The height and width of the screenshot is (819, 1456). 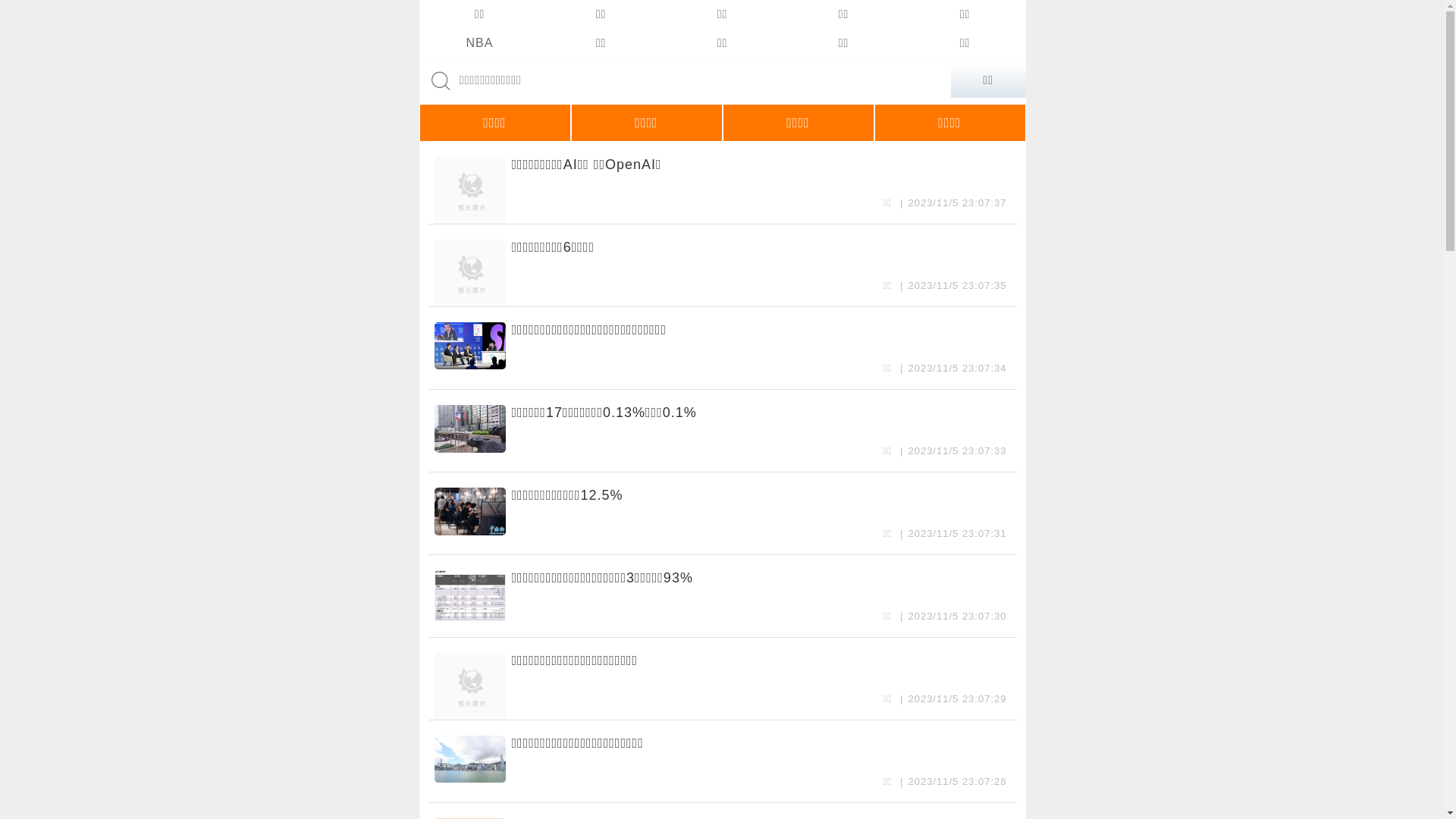 I want to click on 'NBA', so click(x=479, y=42).